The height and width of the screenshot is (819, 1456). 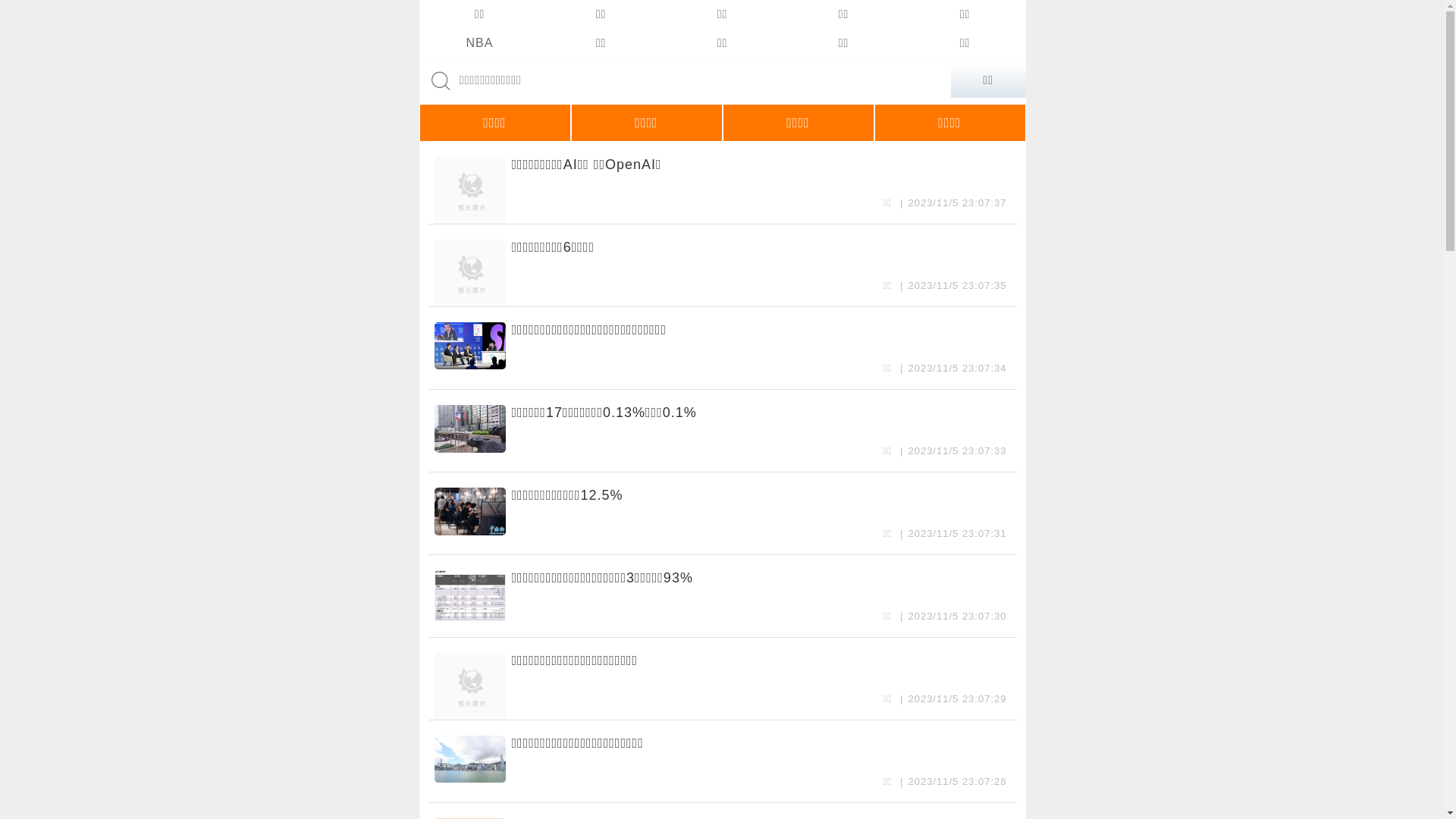 I want to click on 'NBA', so click(x=479, y=42).